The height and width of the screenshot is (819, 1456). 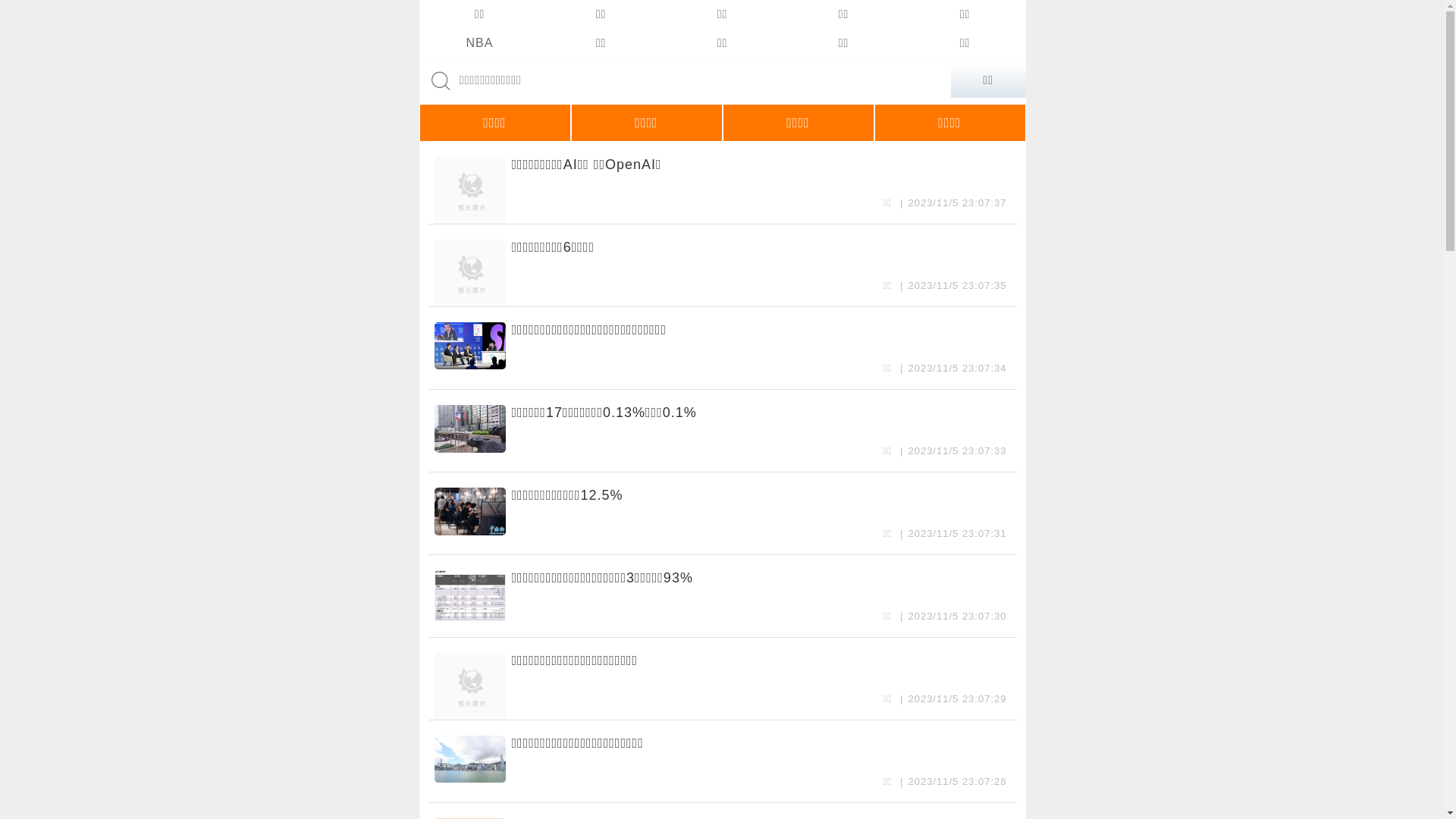 I want to click on 'NBA', so click(x=479, y=42).